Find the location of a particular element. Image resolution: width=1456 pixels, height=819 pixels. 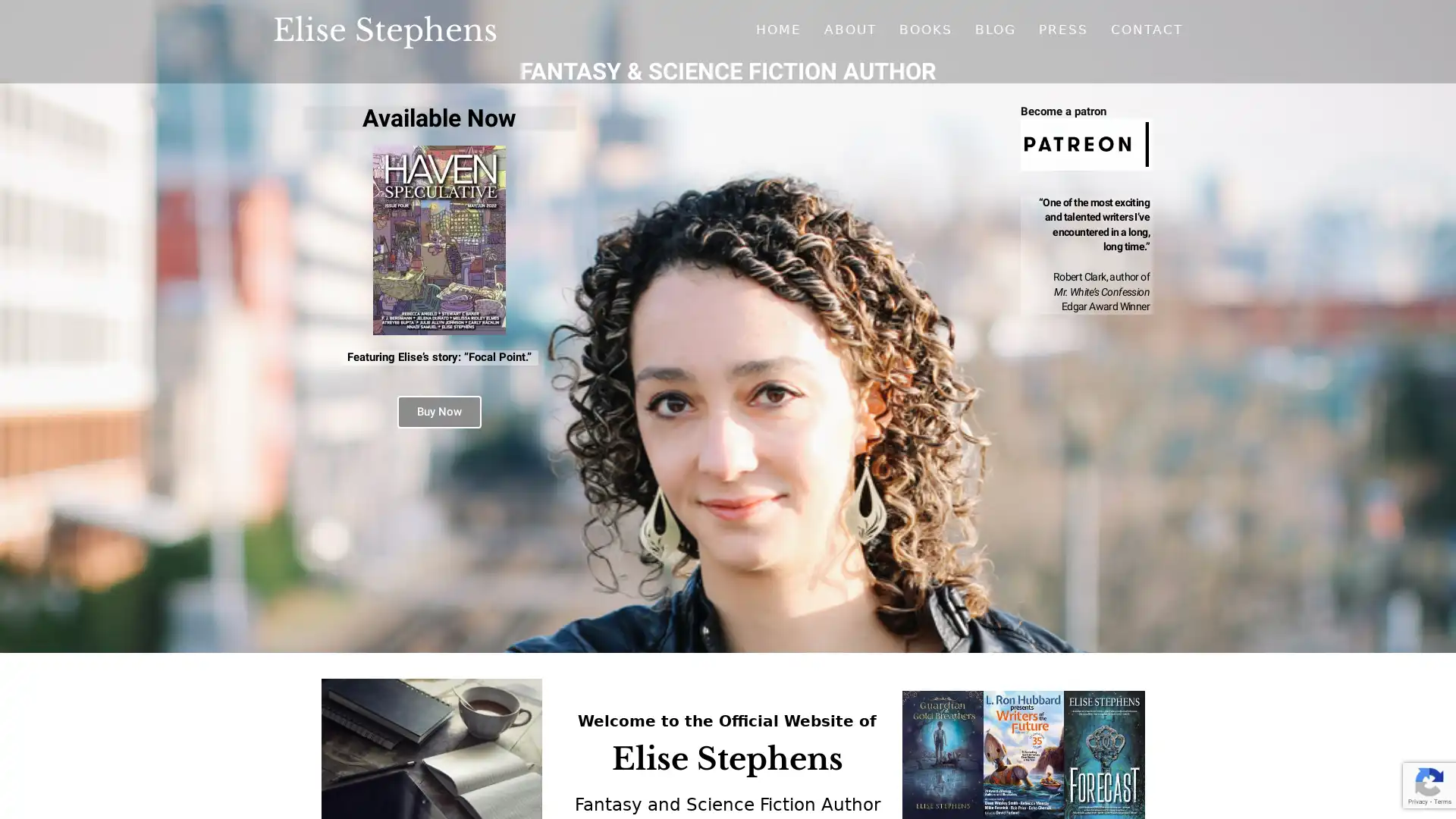

Buy Now is located at coordinates (438, 412).